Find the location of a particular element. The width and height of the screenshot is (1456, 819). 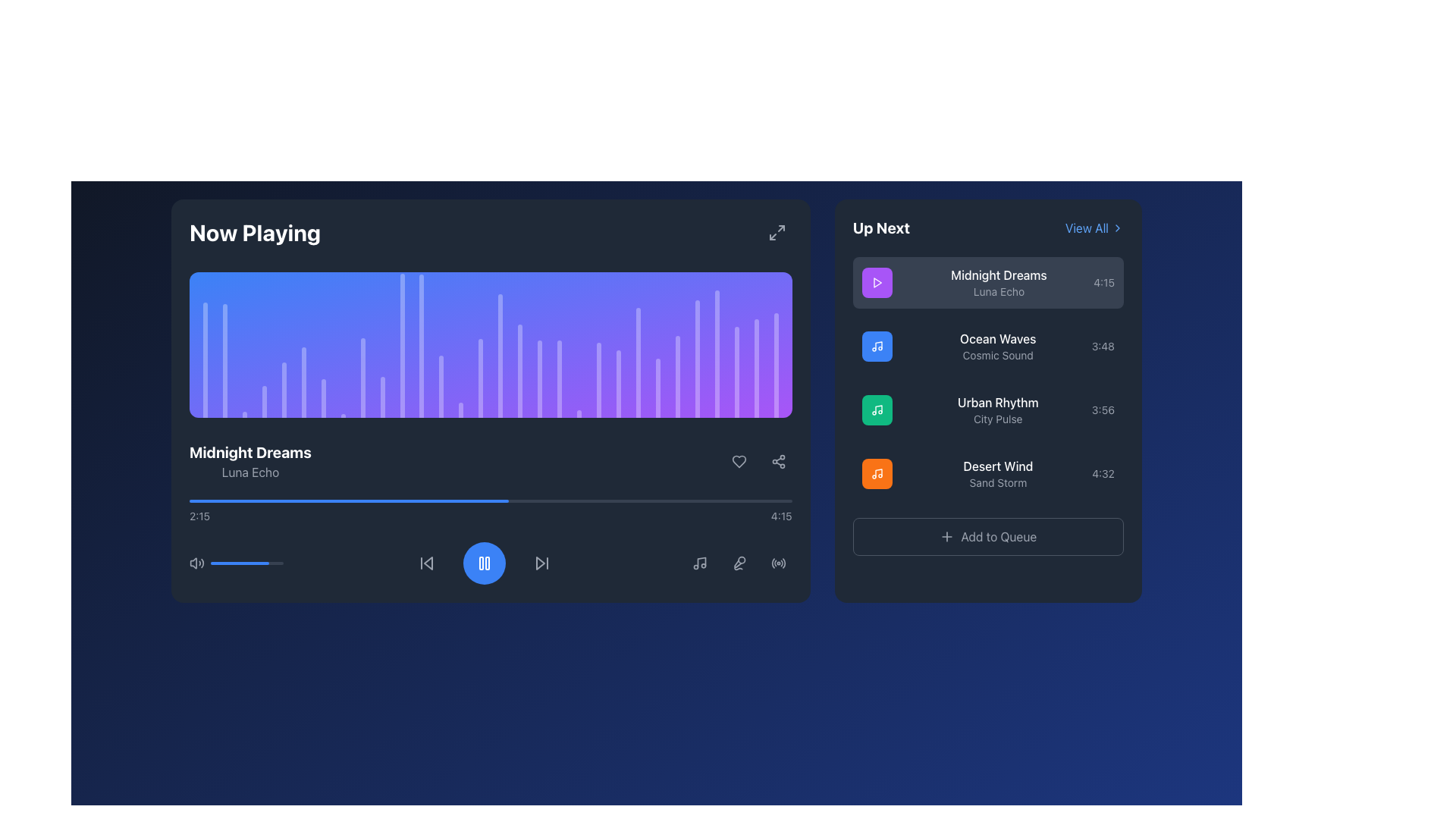

the static text displaying the total duration of the current audio track in the bottom right corner of the 'Now Playing' section of the music player interface is located at coordinates (781, 516).